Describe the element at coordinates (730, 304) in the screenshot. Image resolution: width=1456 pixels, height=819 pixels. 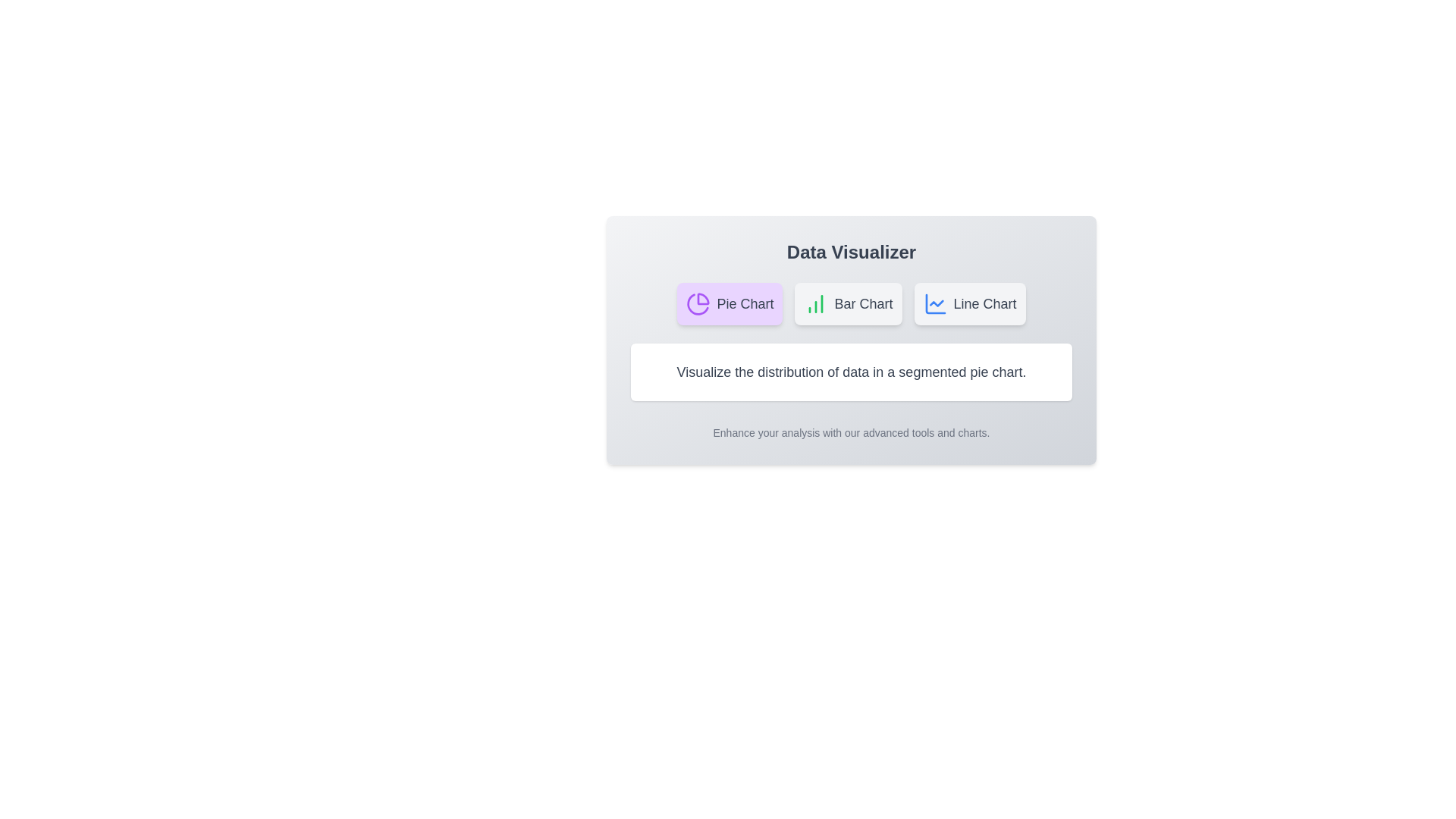
I see `the button labeled 'Pie Chart' to observe hover effects` at that location.